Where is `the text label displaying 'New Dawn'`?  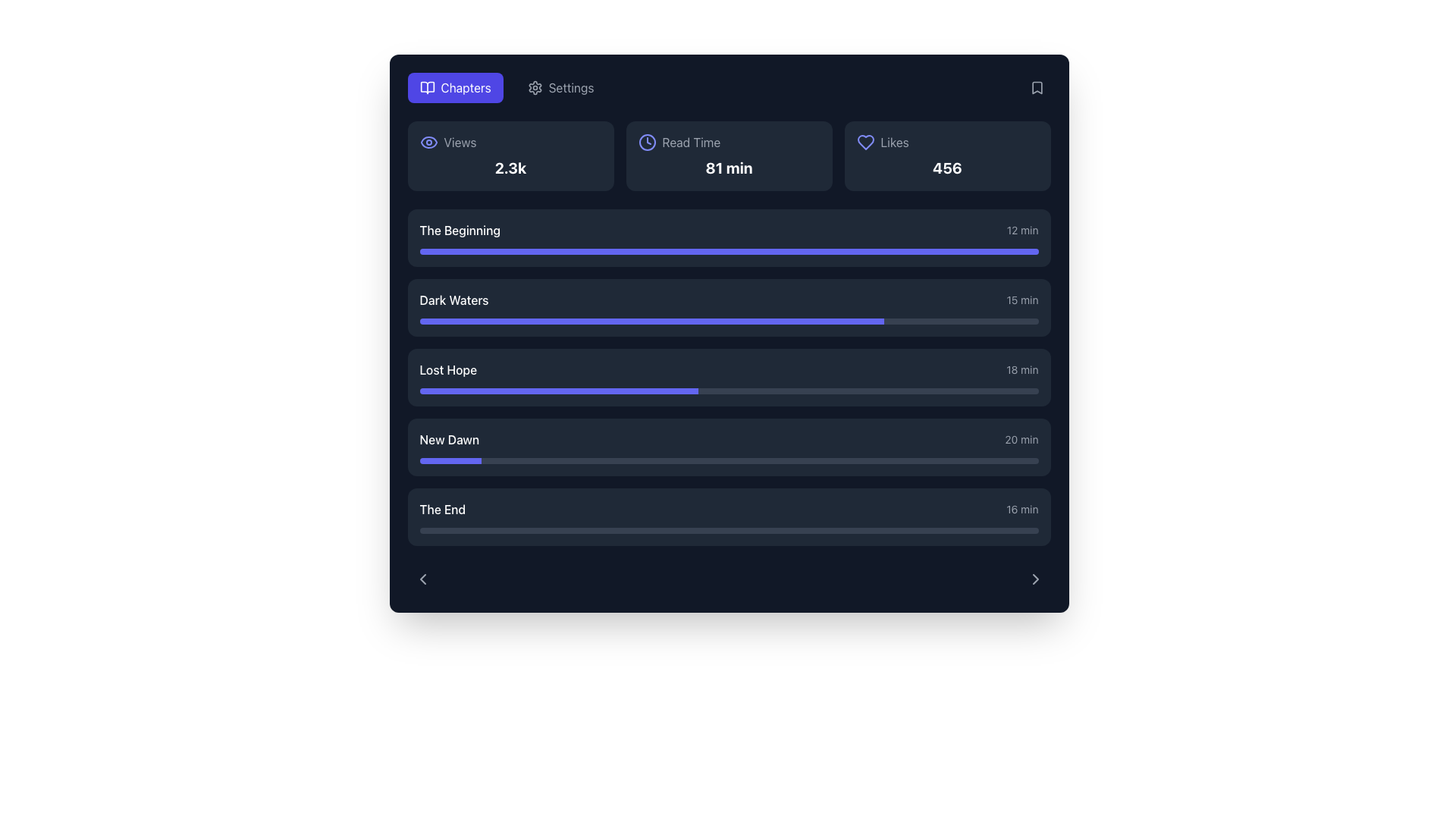
the text label displaying 'New Dawn' is located at coordinates (448, 439).